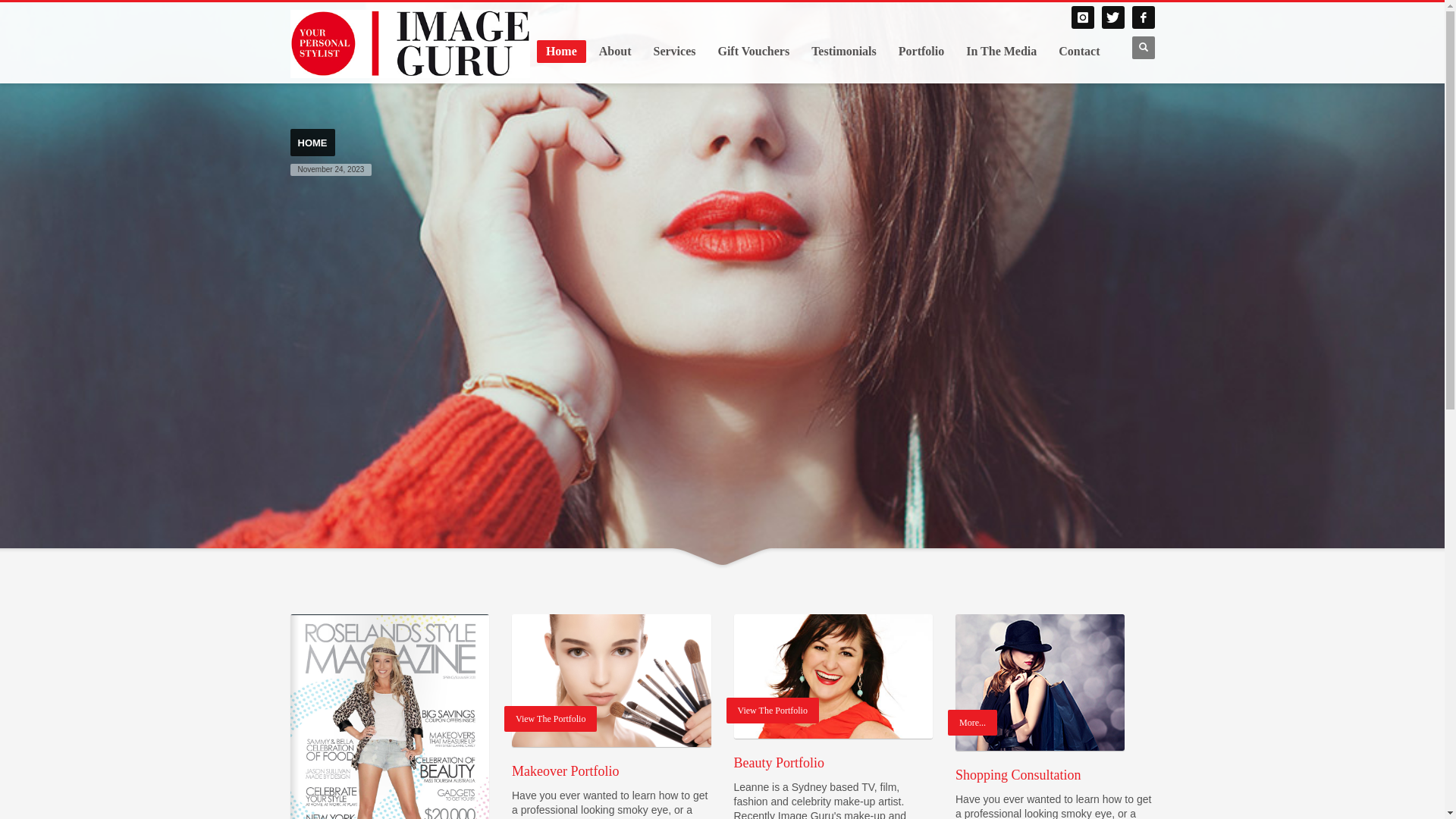 This screenshot has height=819, width=1456. I want to click on 'Beauty Portfolio', so click(833, 675).